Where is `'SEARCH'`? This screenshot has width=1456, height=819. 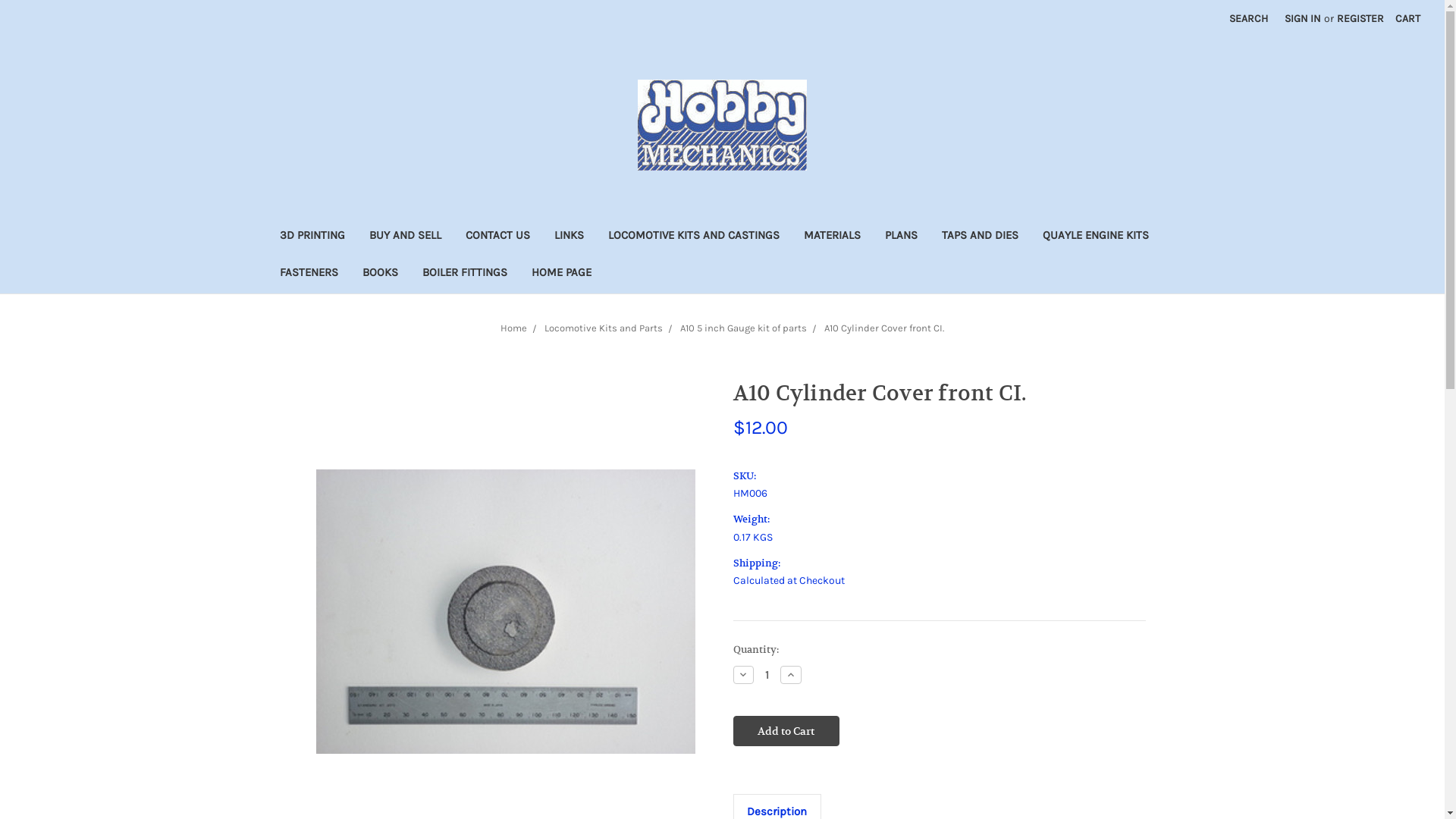
'SEARCH' is located at coordinates (1248, 18).